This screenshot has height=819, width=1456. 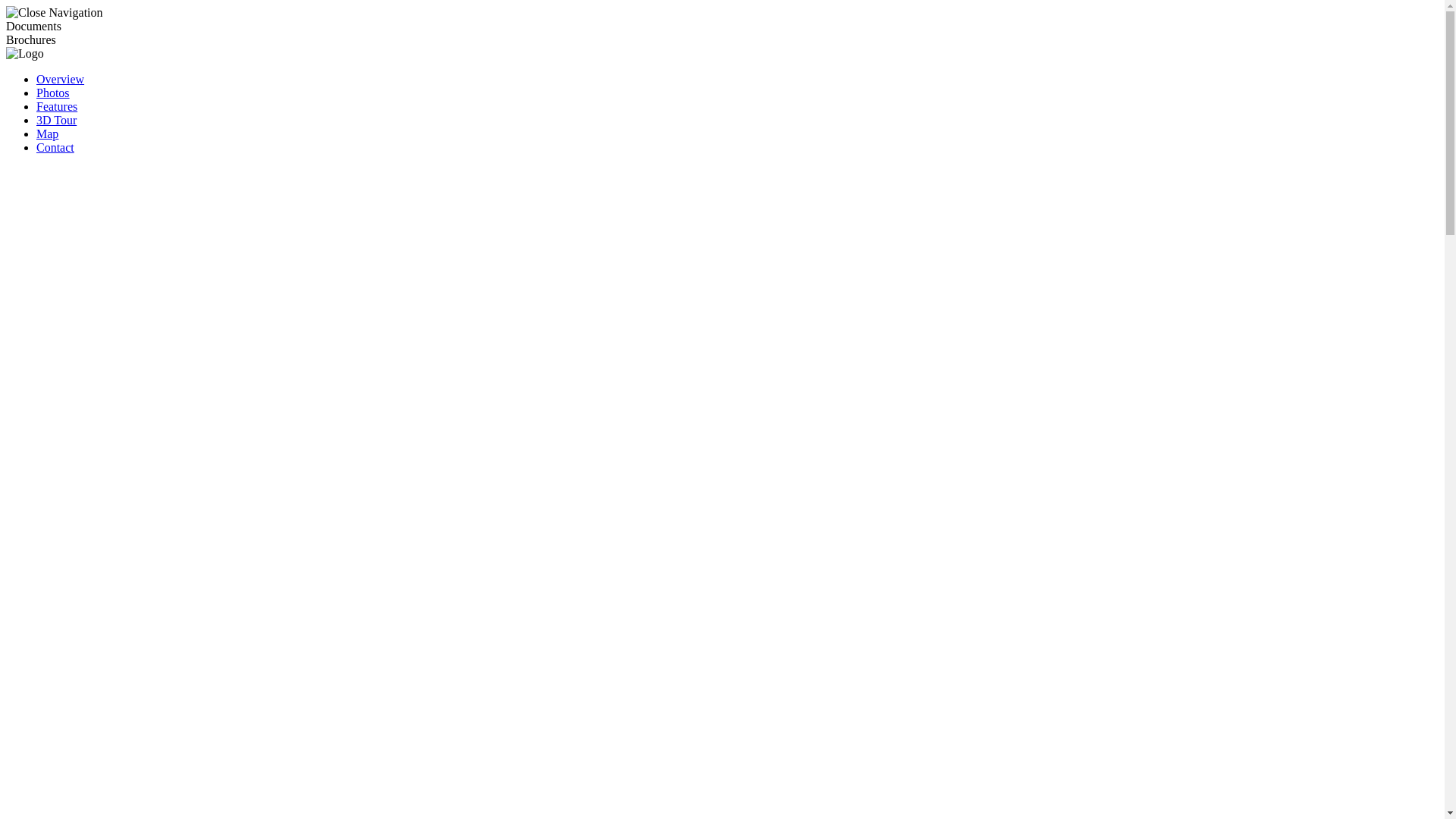 I want to click on 'Contact', so click(x=55, y=147).